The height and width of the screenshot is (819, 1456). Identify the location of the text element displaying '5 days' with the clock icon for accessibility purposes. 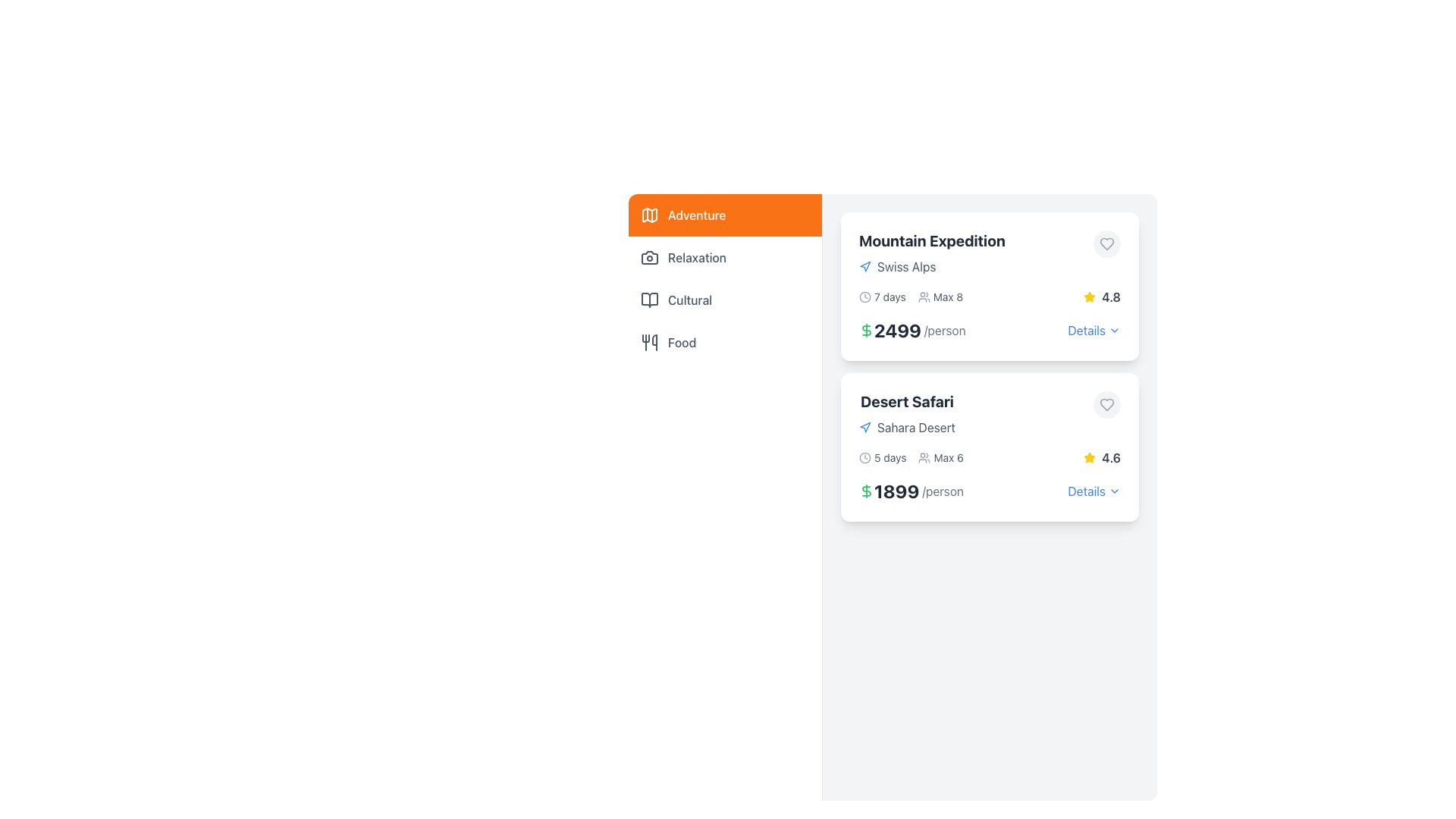
(883, 457).